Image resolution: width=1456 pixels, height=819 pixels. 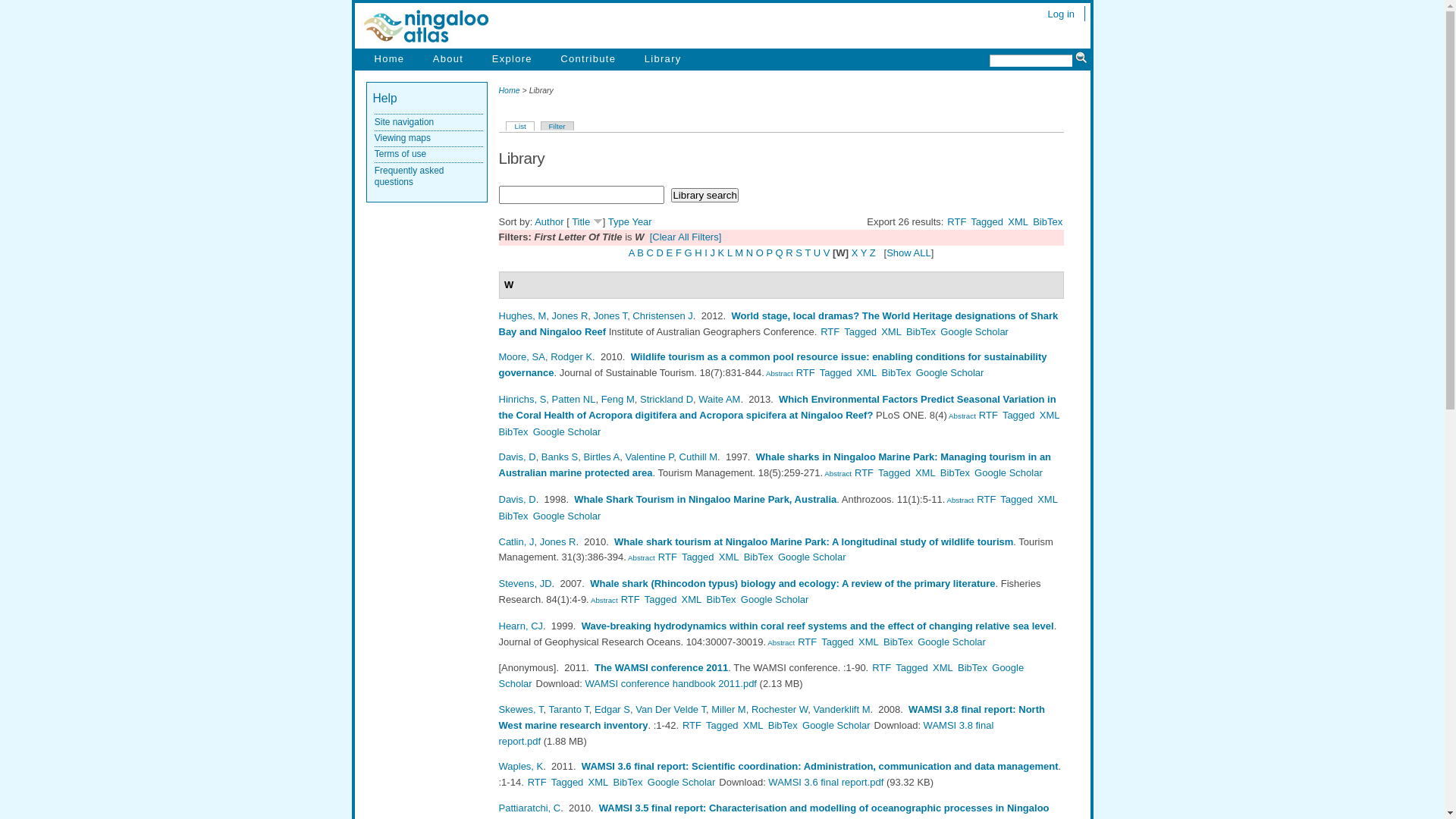 I want to click on 'G', so click(x=687, y=252).